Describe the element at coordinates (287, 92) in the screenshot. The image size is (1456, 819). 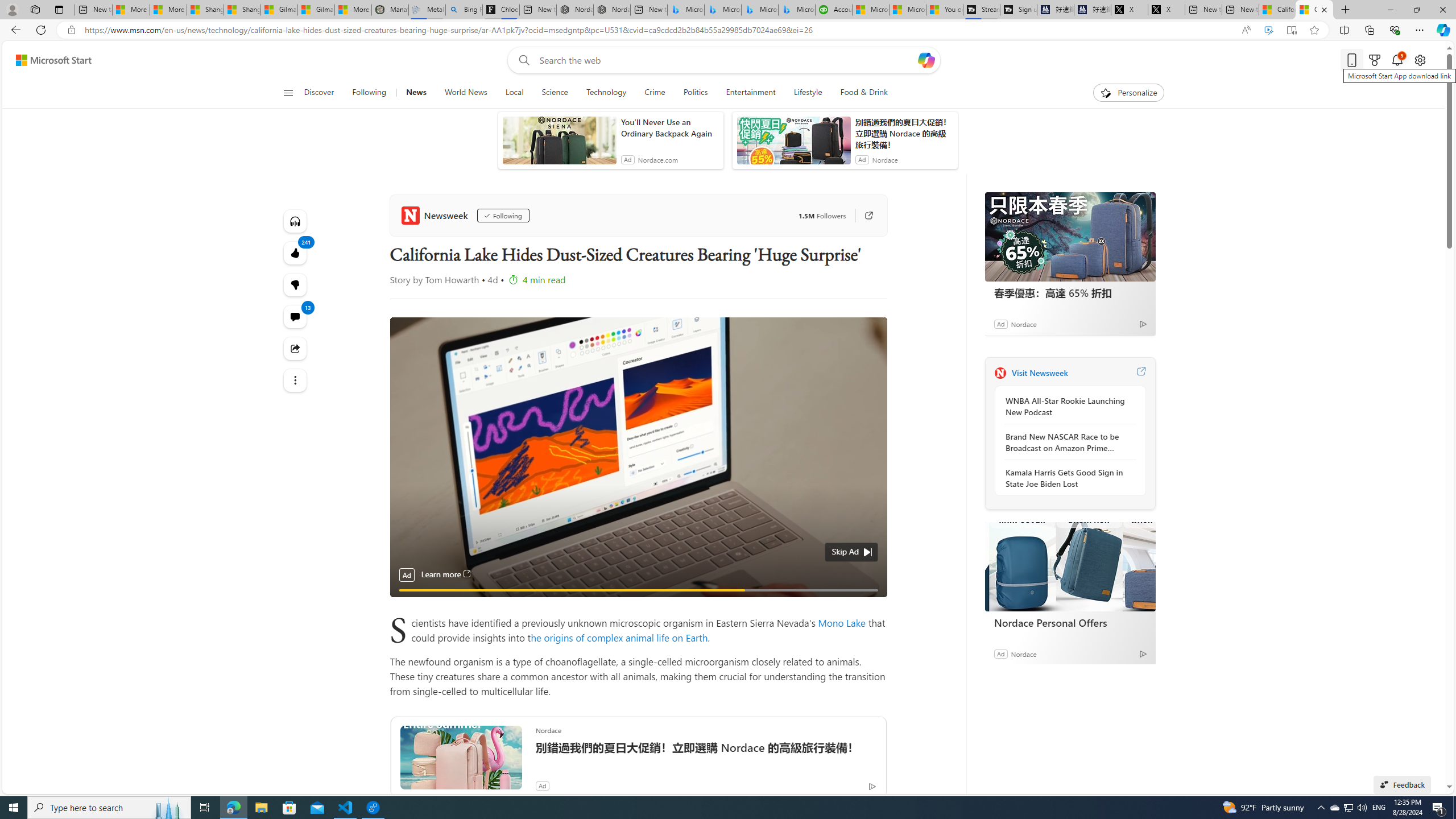
I see `'Class: button-glyph'` at that location.